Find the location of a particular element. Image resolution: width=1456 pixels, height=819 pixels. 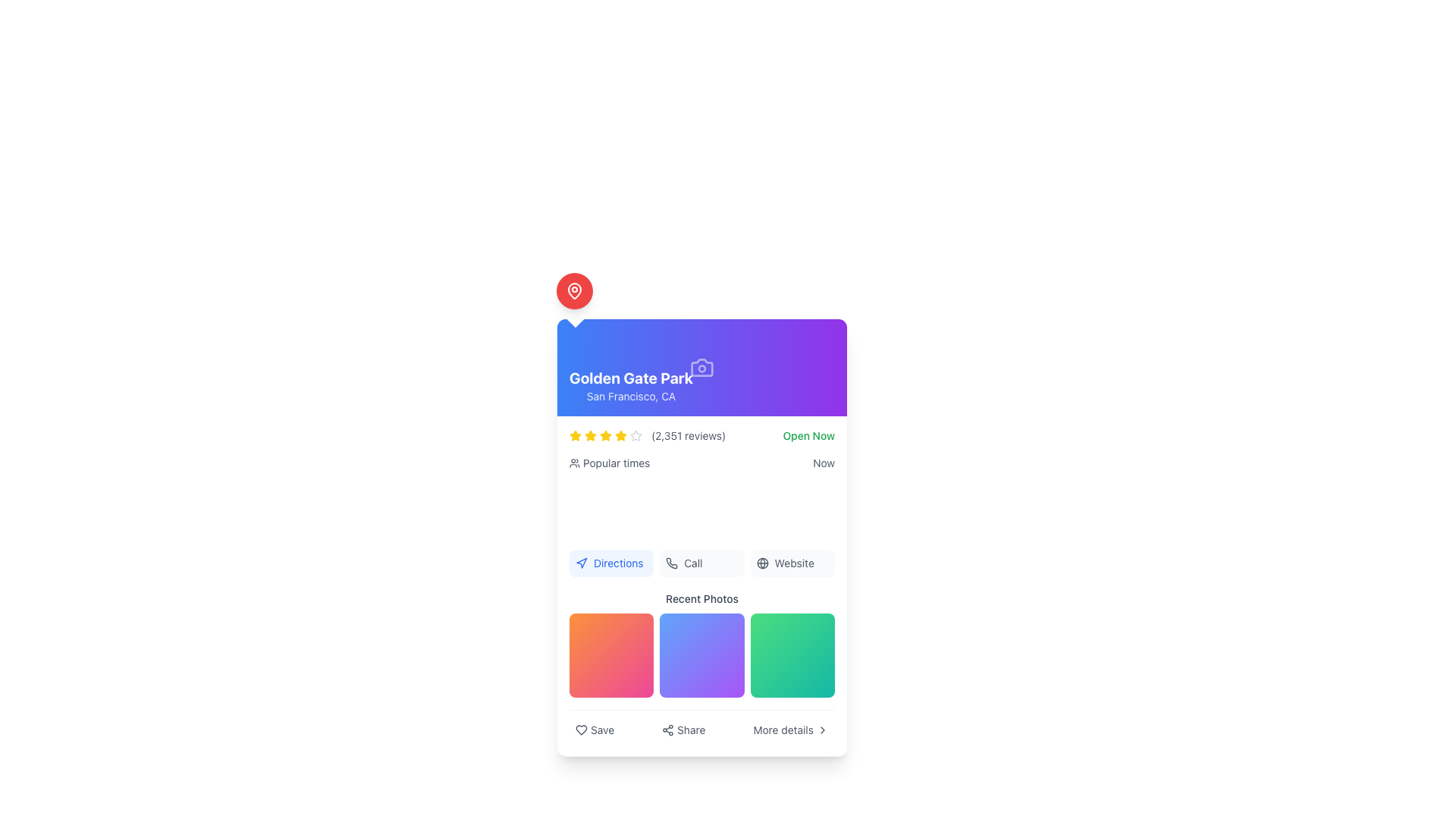

the fifth hollow star icon in the rating system, which is located to the right of the yellow-filled stars and above the reviews text is located at coordinates (636, 435).